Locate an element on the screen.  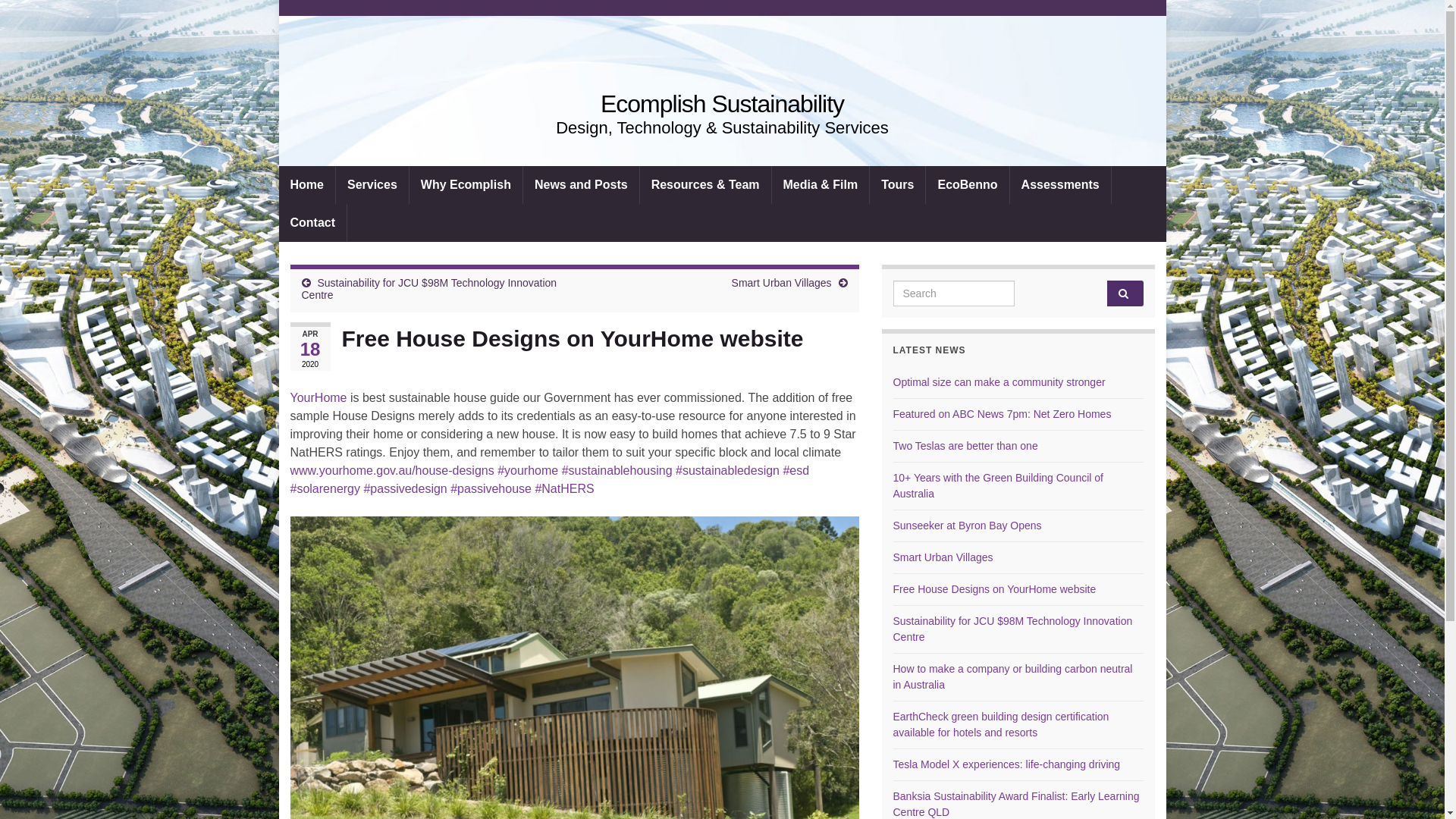
'10+ Years with the Green Building Council of Australia' is located at coordinates (998, 485).